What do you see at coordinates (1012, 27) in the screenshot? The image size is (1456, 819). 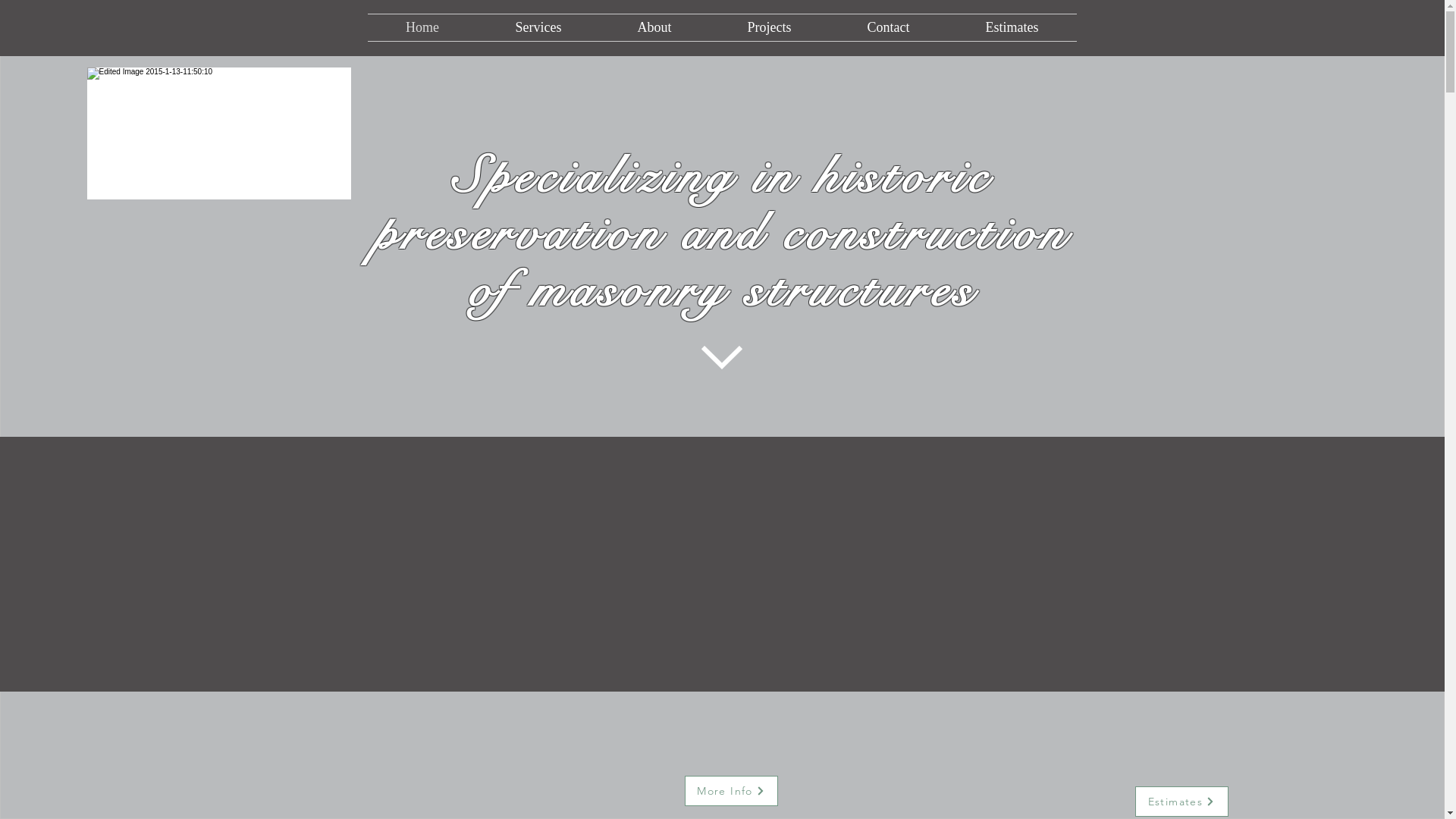 I see `'Estimates'` at bounding box center [1012, 27].